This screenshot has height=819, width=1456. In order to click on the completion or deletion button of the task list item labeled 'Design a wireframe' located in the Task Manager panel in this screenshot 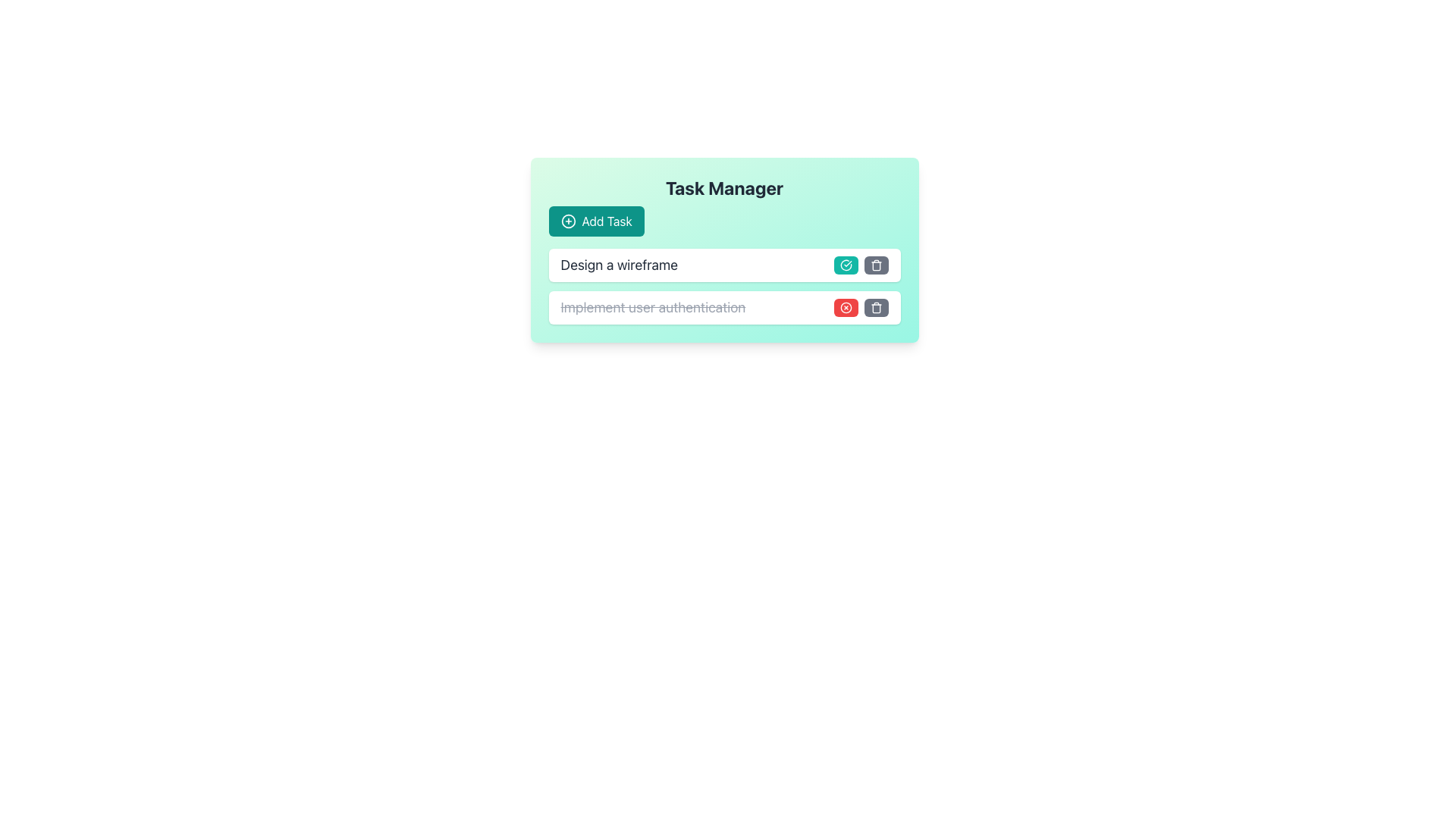, I will do `click(723, 287)`.